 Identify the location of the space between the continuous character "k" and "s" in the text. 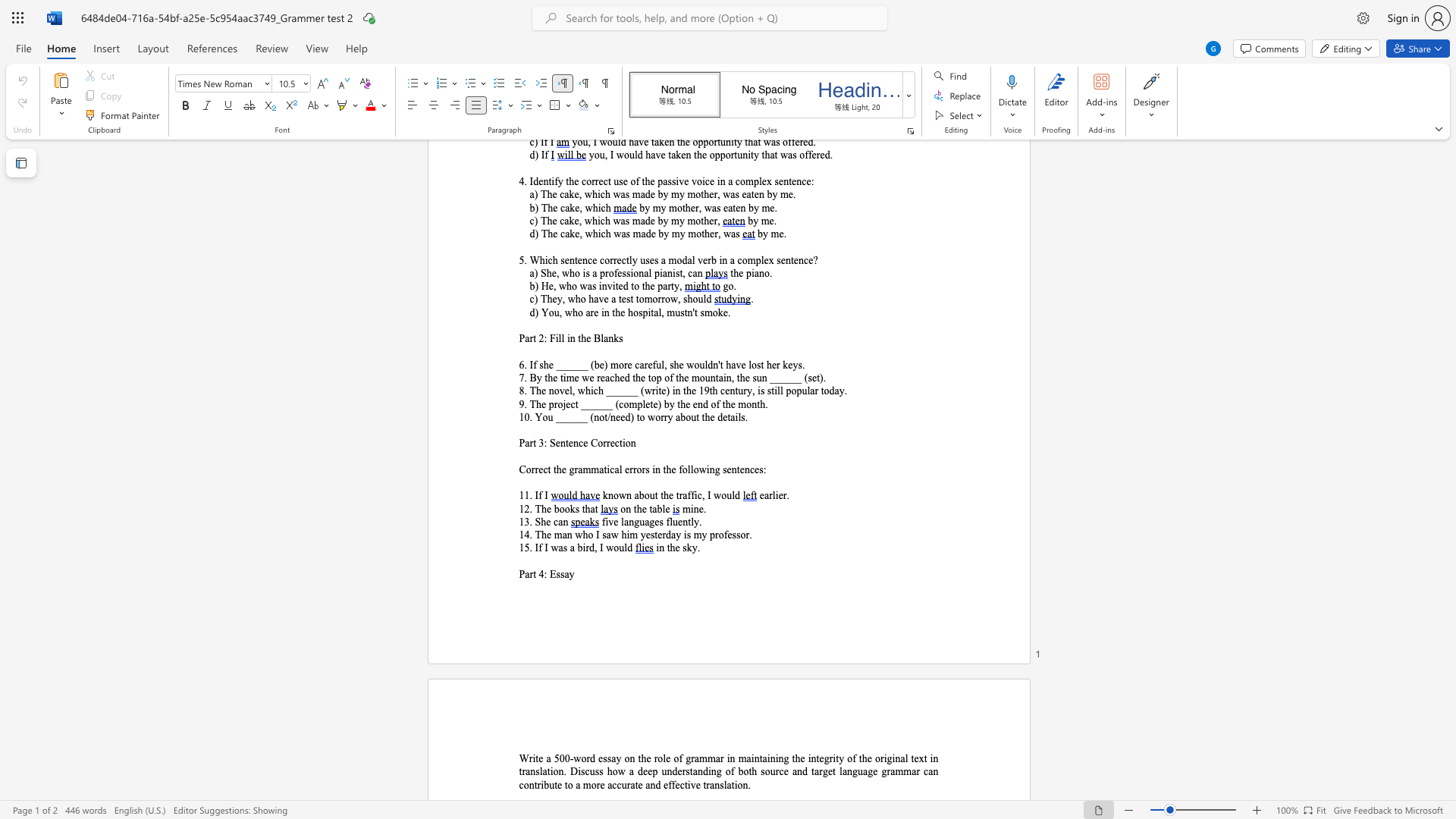
(574, 509).